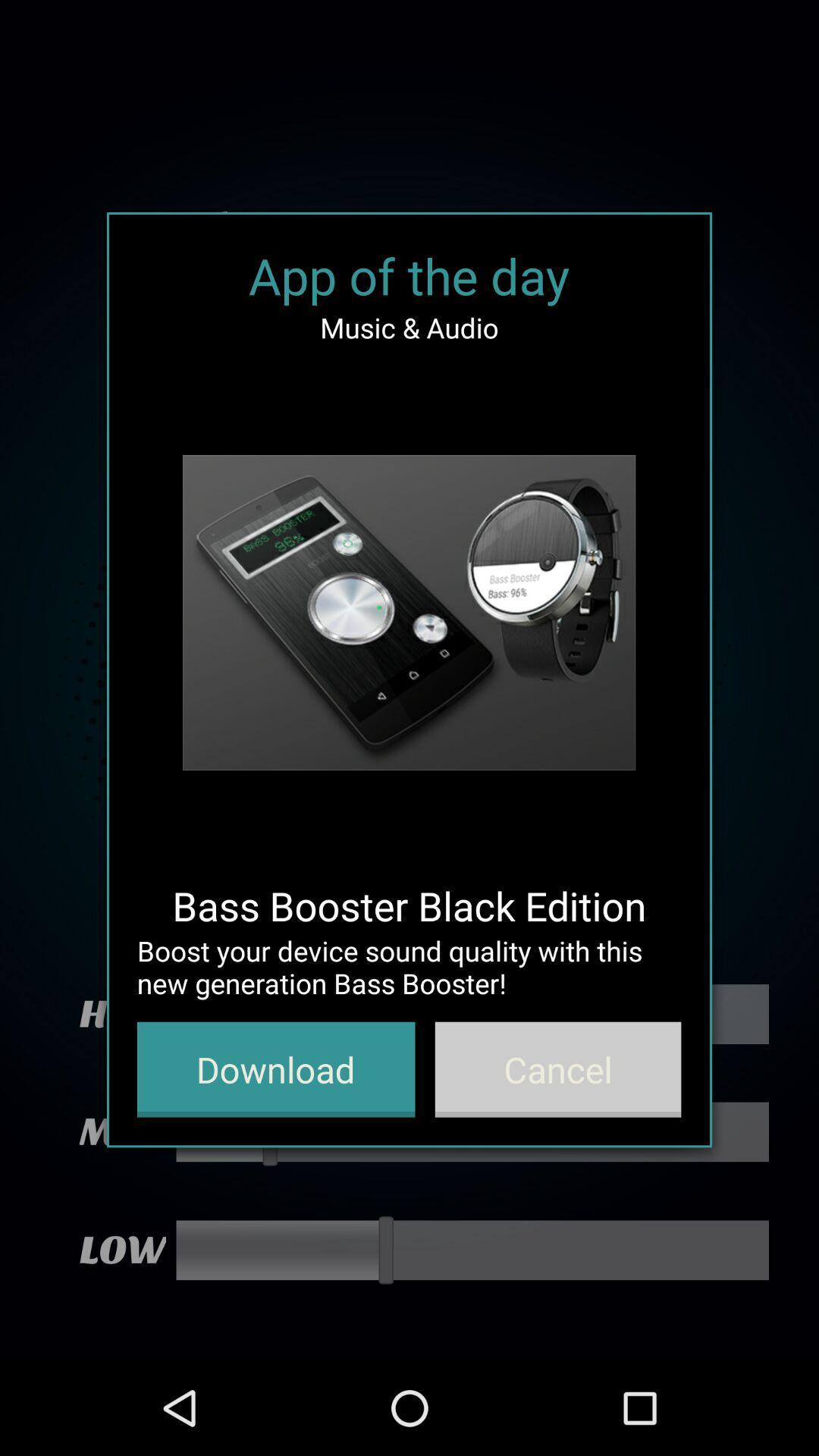  Describe the element at coordinates (276, 1068) in the screenshot. I see `the item next to the cancel item` at that location.